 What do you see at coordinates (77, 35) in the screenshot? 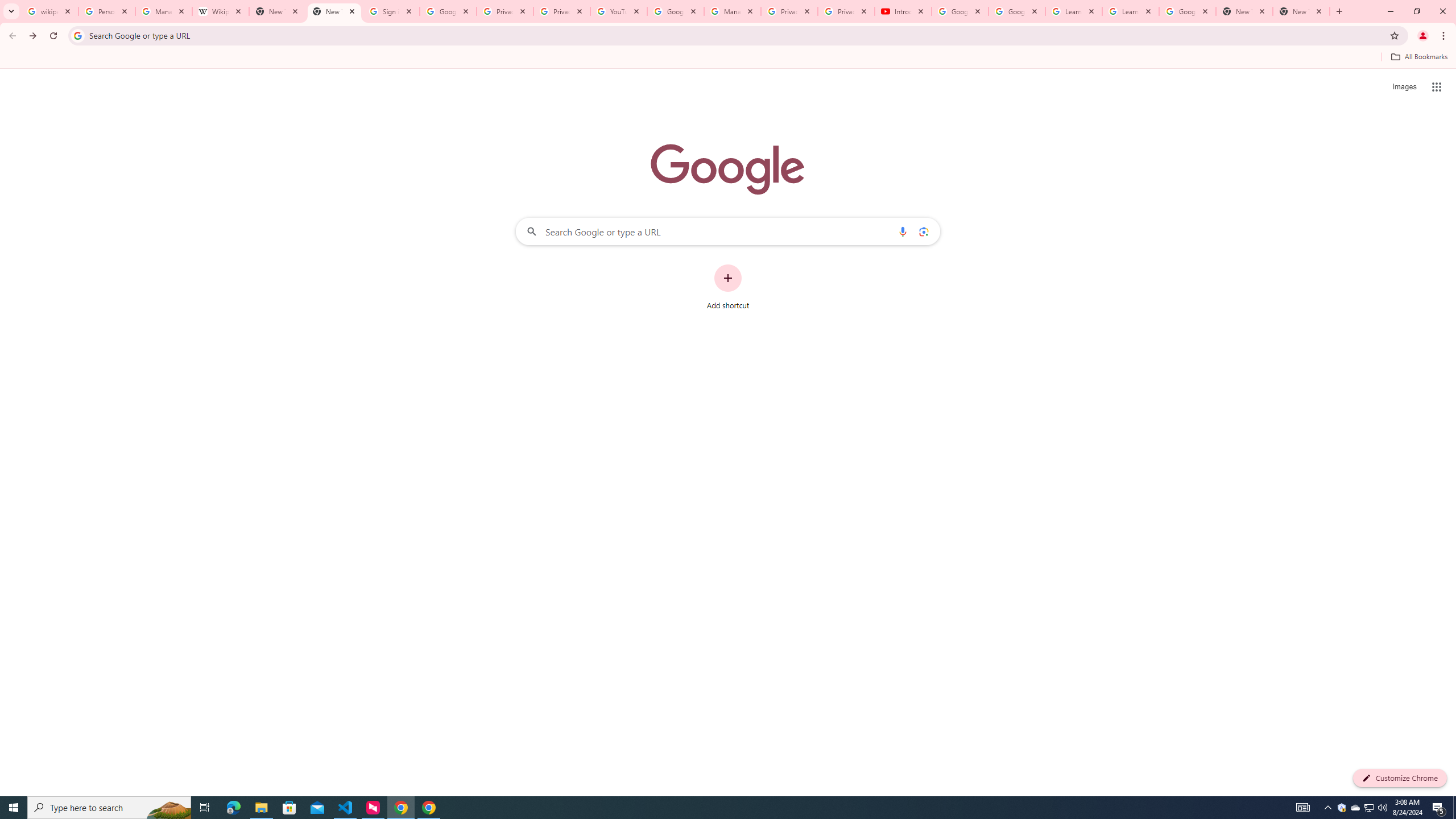
I see `'Search icon'` at bounding box center [77, 35].